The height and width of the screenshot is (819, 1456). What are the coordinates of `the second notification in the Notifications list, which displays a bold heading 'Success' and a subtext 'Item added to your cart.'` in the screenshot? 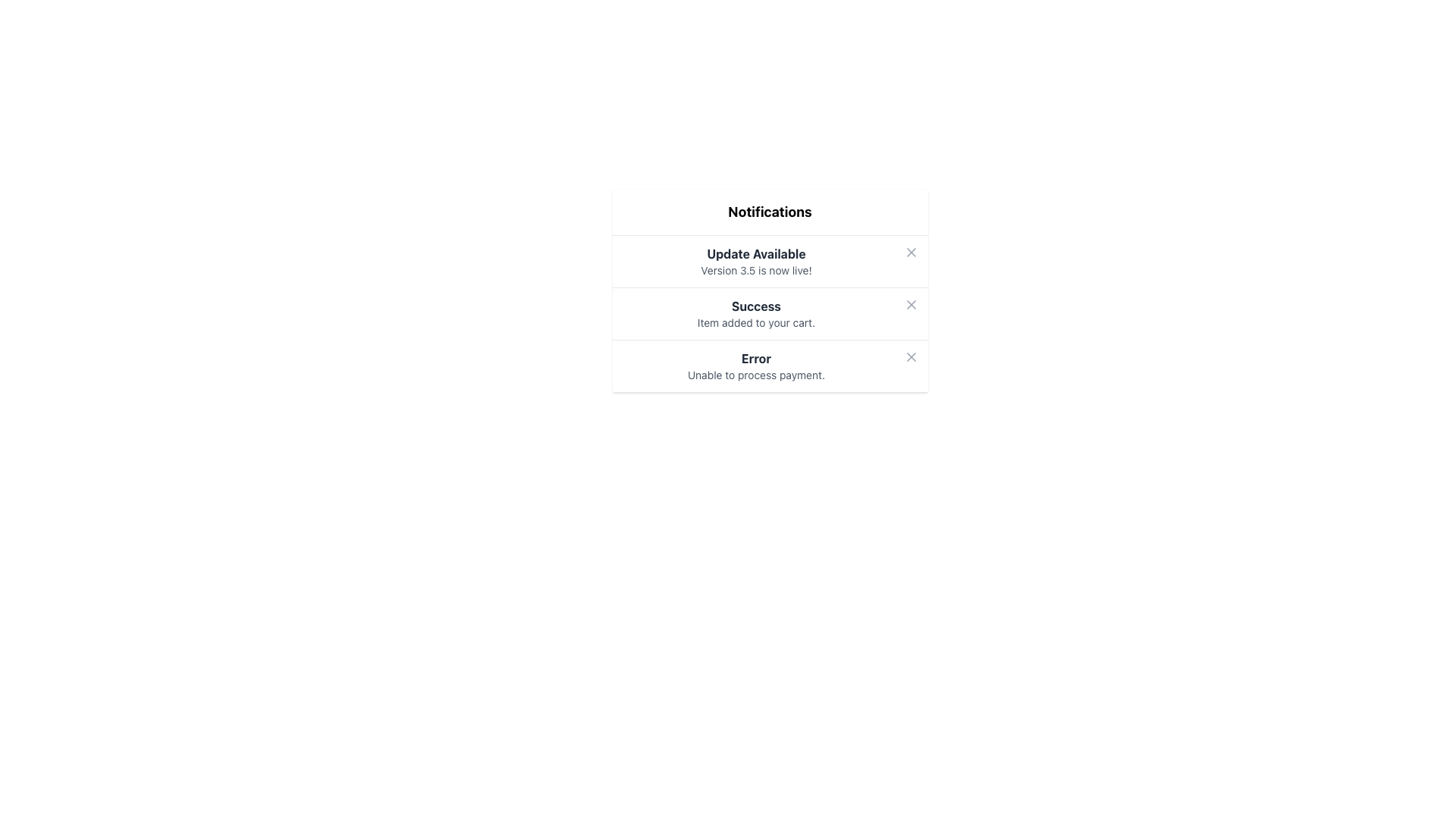 It's located at (770, 313).